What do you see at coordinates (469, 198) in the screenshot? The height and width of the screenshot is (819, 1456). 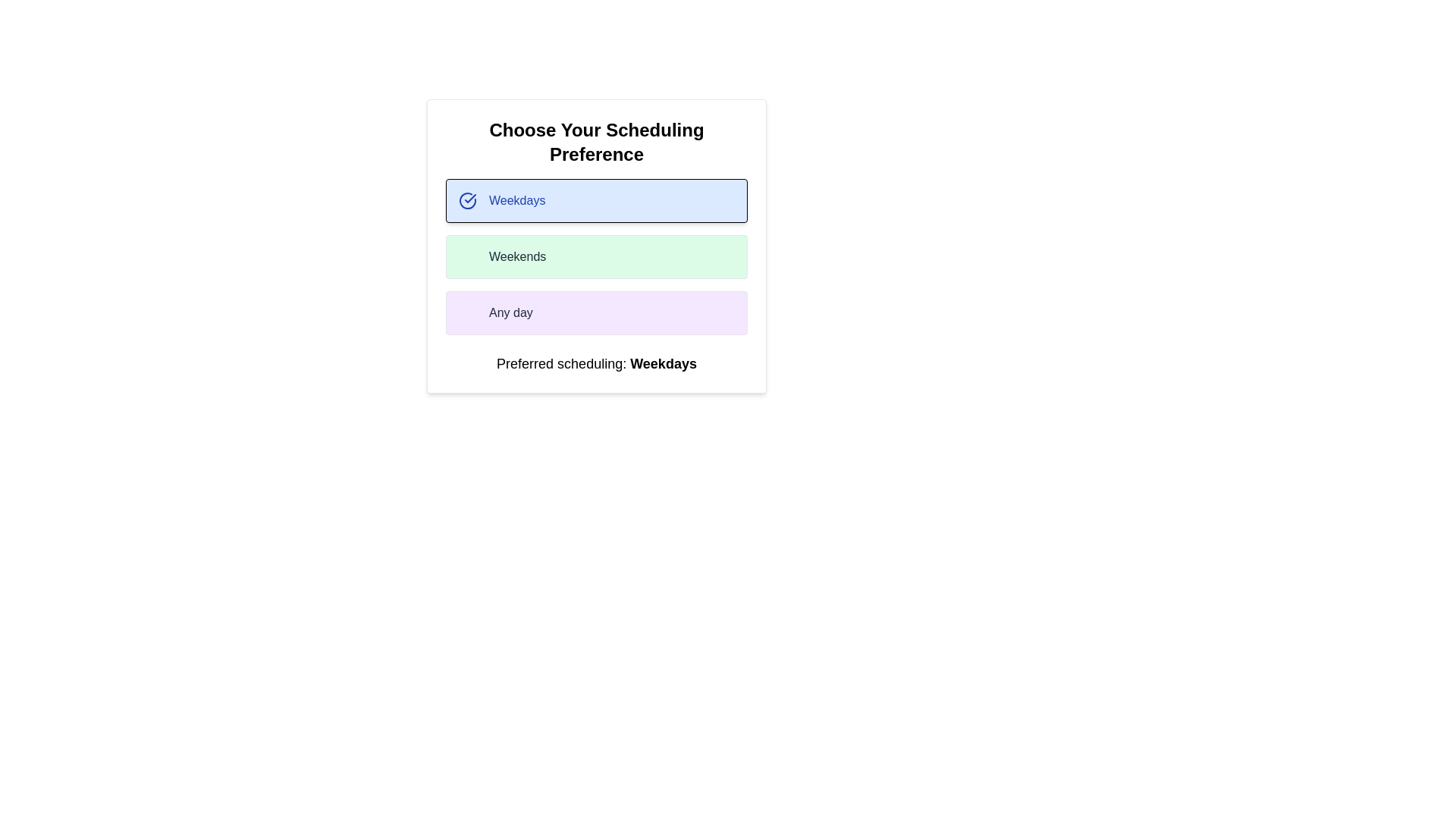 I see `the checkmark icon styled within a circular context, located to the left of the 'Weekdays' selection option` at bounding box center [469, 198].